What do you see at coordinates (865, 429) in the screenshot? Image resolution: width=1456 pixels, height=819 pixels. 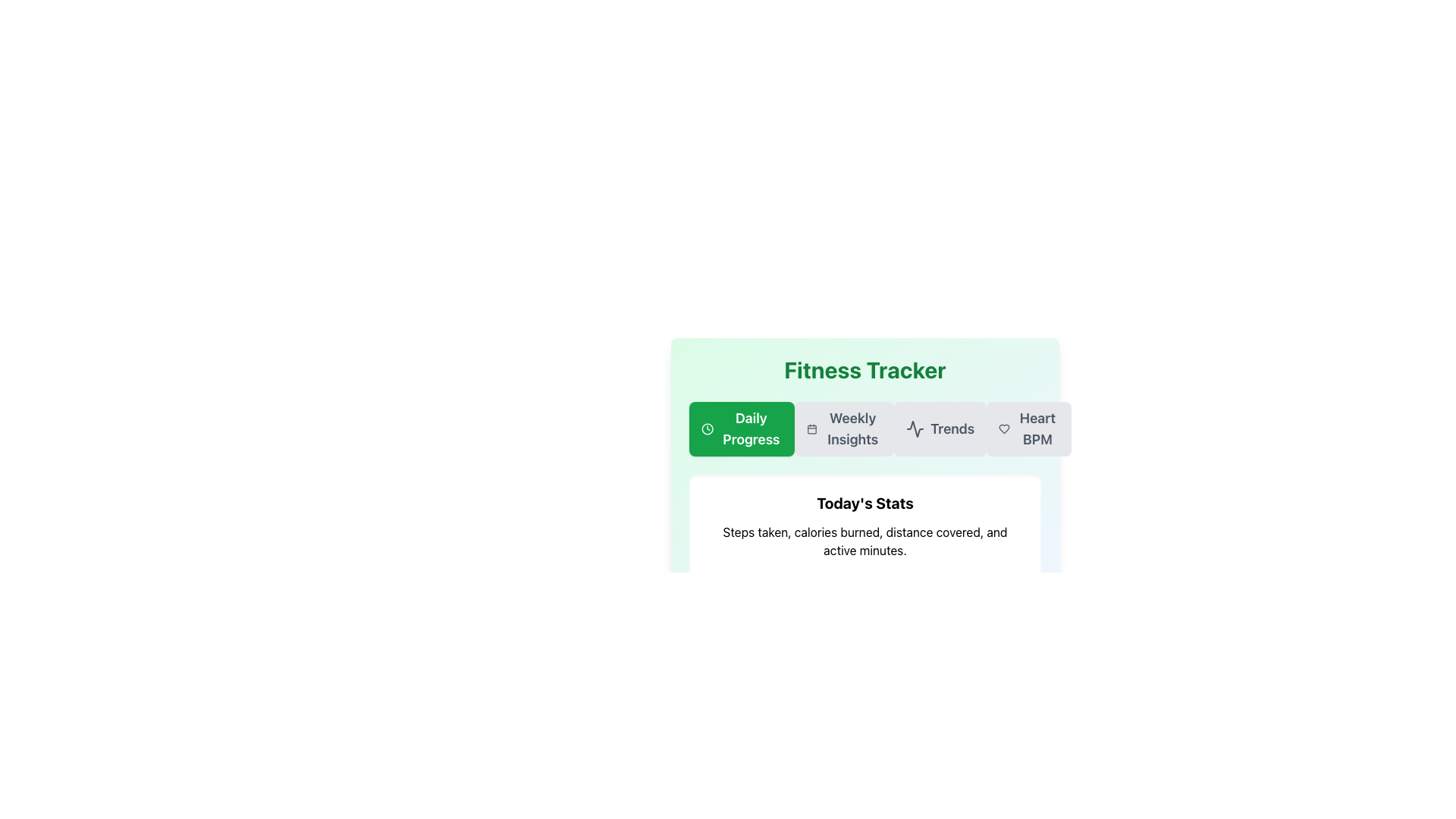 I see `the 'Weekly Insights' button with a calendar icon` at bounding box center [865, 429].